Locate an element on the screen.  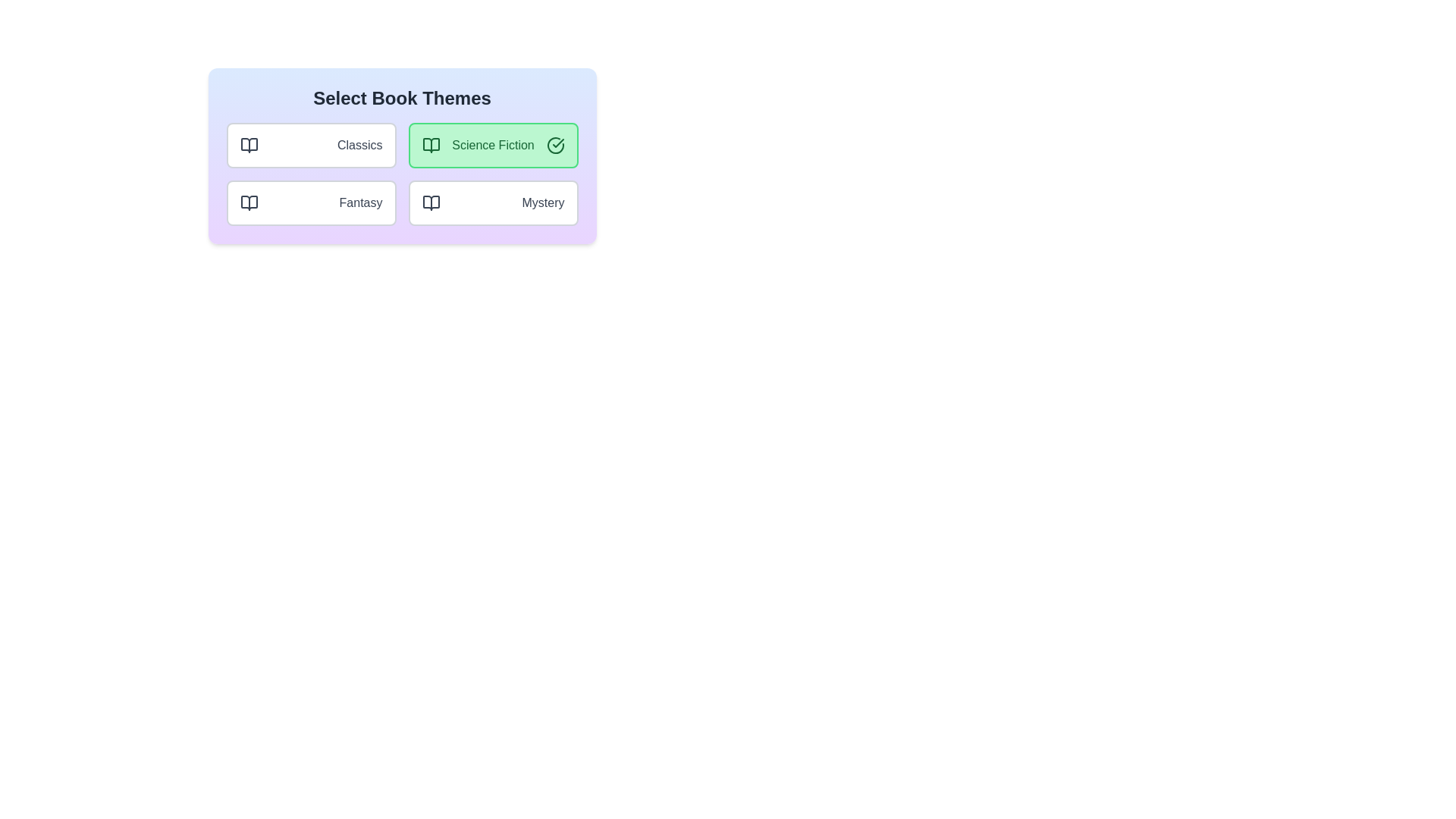
the button labeled 'Classics' to observe the hover effect is located at coordinates (310, 146).